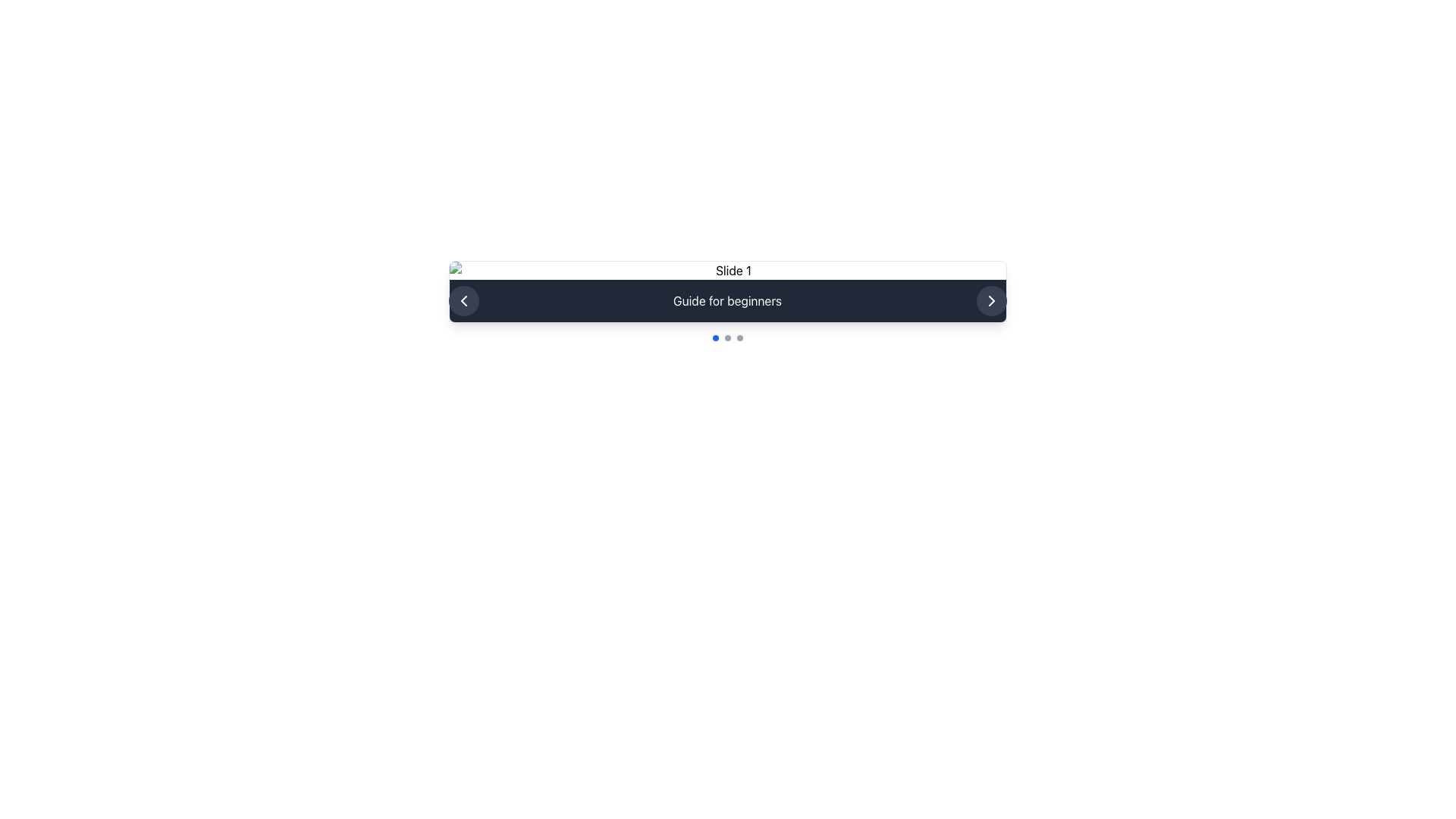 This screenshot has height=819, width=1456. I want to click on the navigation button located on the right side of the carousel, so click(991, 301).